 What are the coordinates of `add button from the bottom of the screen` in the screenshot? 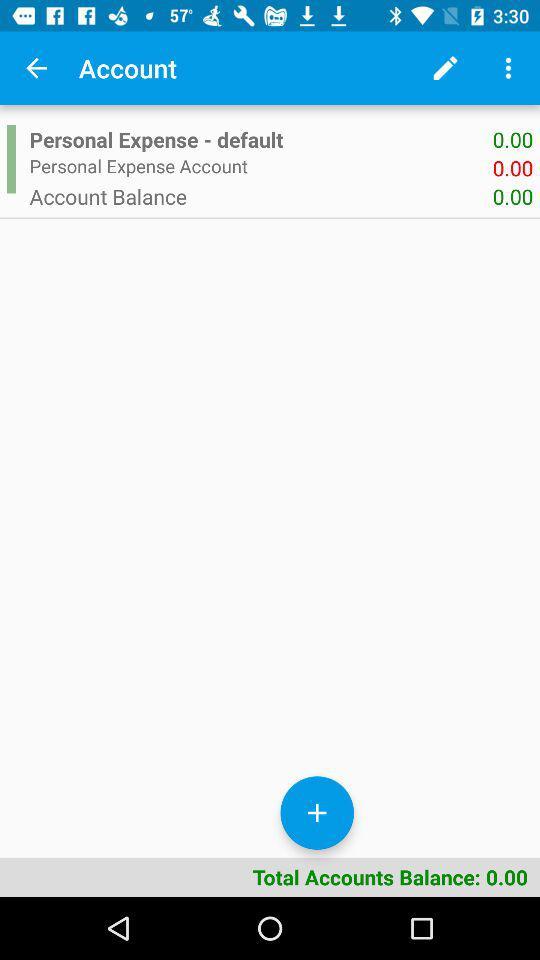 It's located at (317, 813).